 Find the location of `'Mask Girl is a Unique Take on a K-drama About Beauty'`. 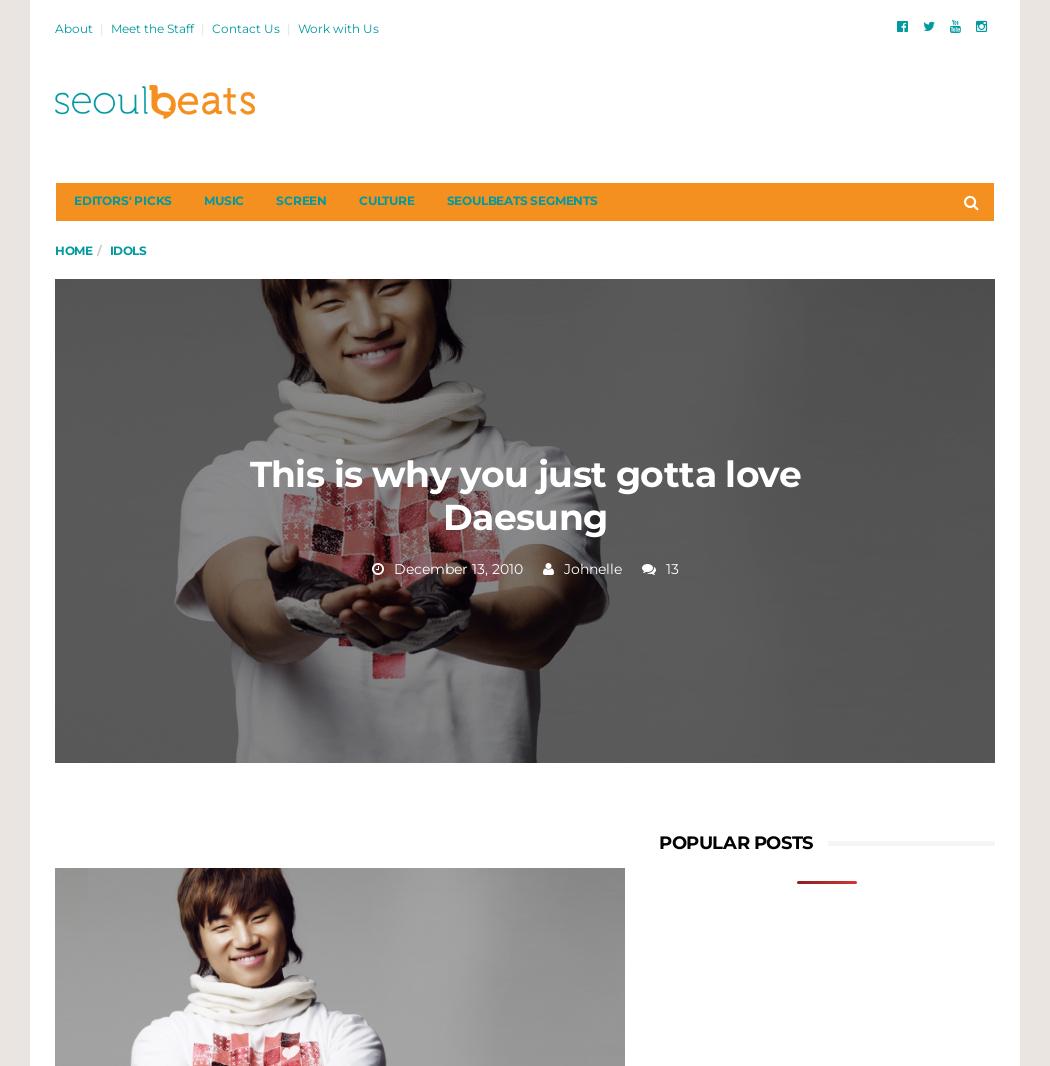

'Mask Girl is a Unique Take on a K-drama About Beauty' is located at coordinates (404, 415).